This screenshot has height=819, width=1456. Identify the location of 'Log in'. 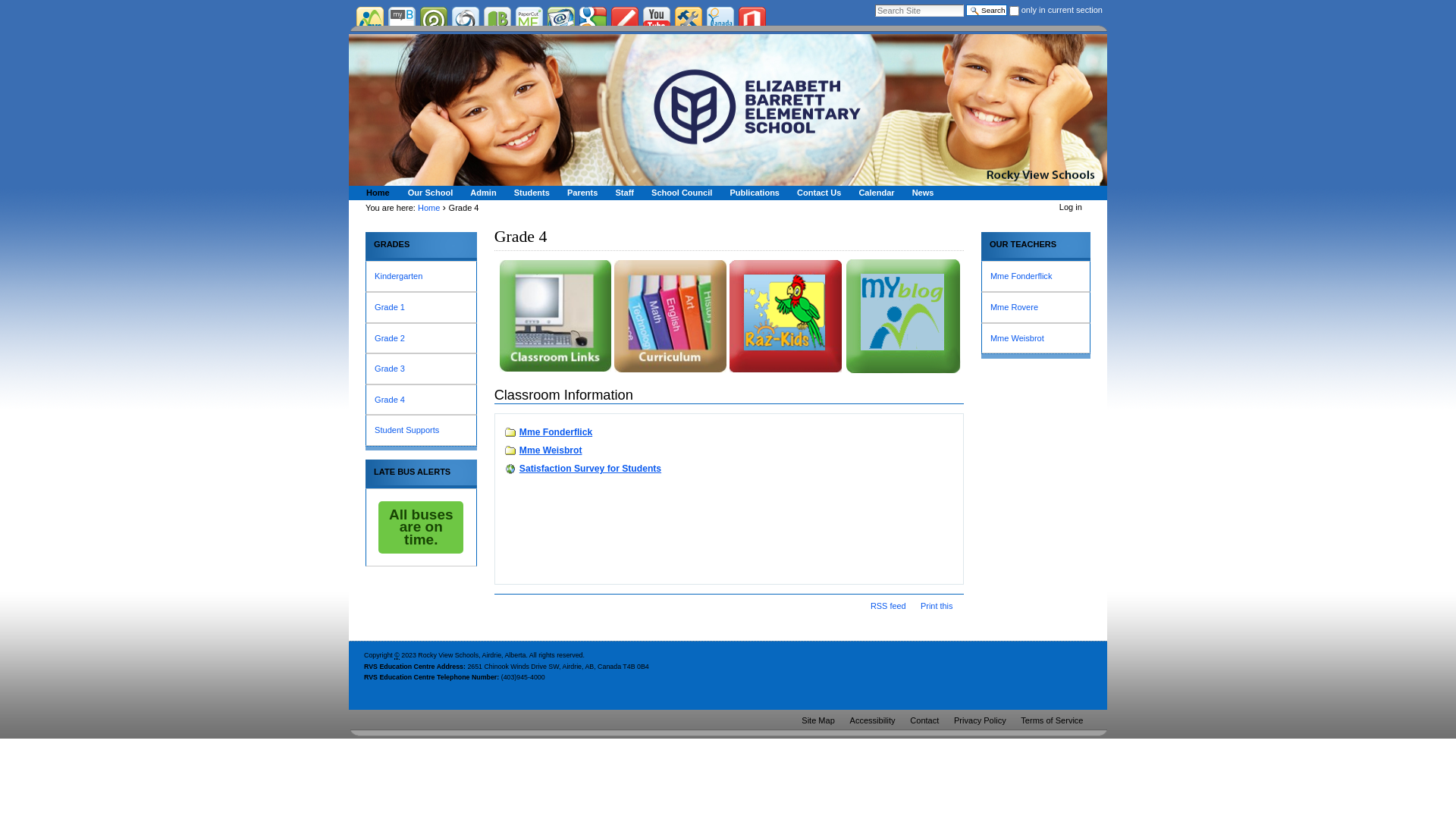
(1069, 207).